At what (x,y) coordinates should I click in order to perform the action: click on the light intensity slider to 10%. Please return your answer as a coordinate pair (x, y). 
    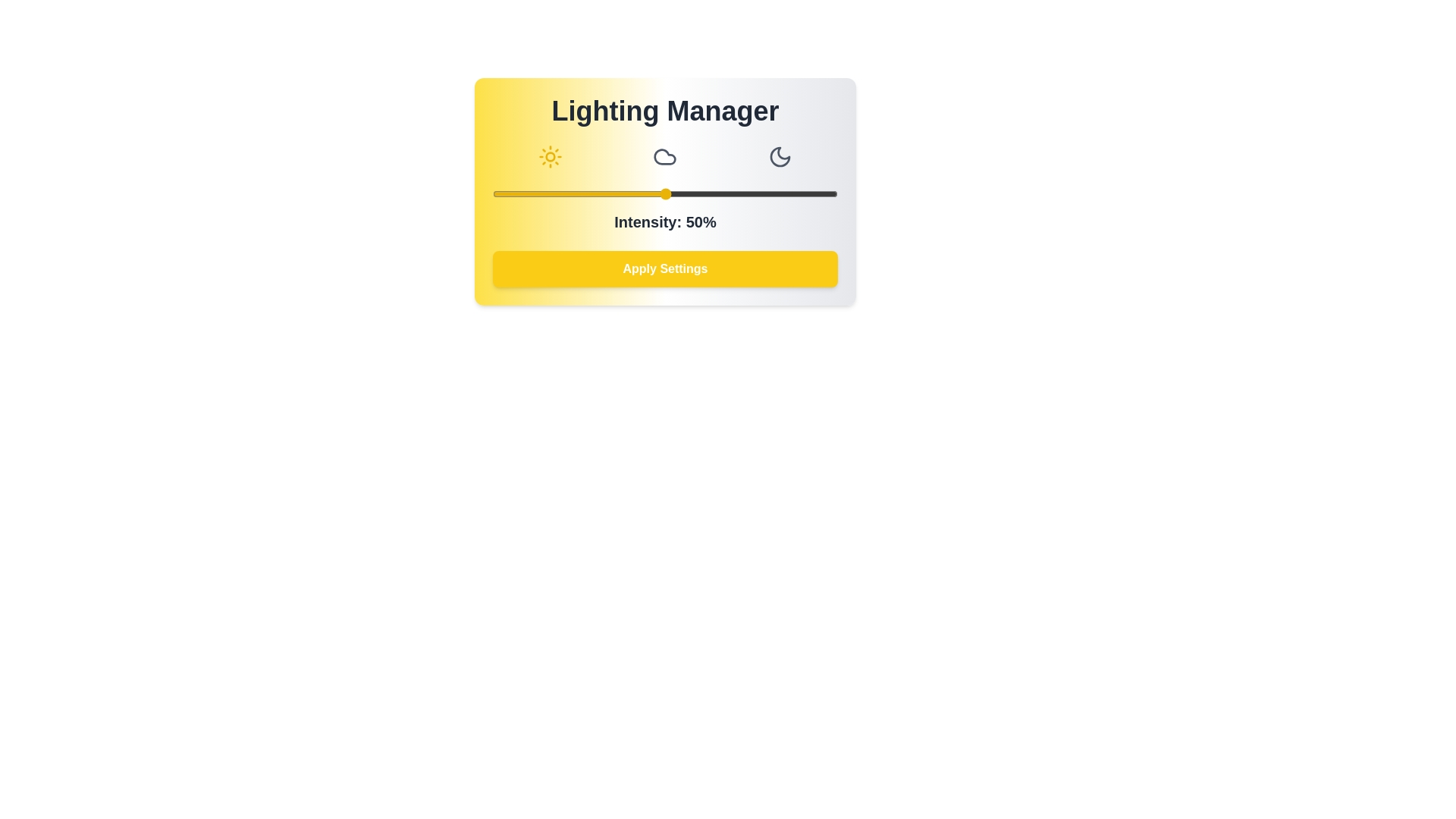
    Looking at the image, I should click on (527, 193).